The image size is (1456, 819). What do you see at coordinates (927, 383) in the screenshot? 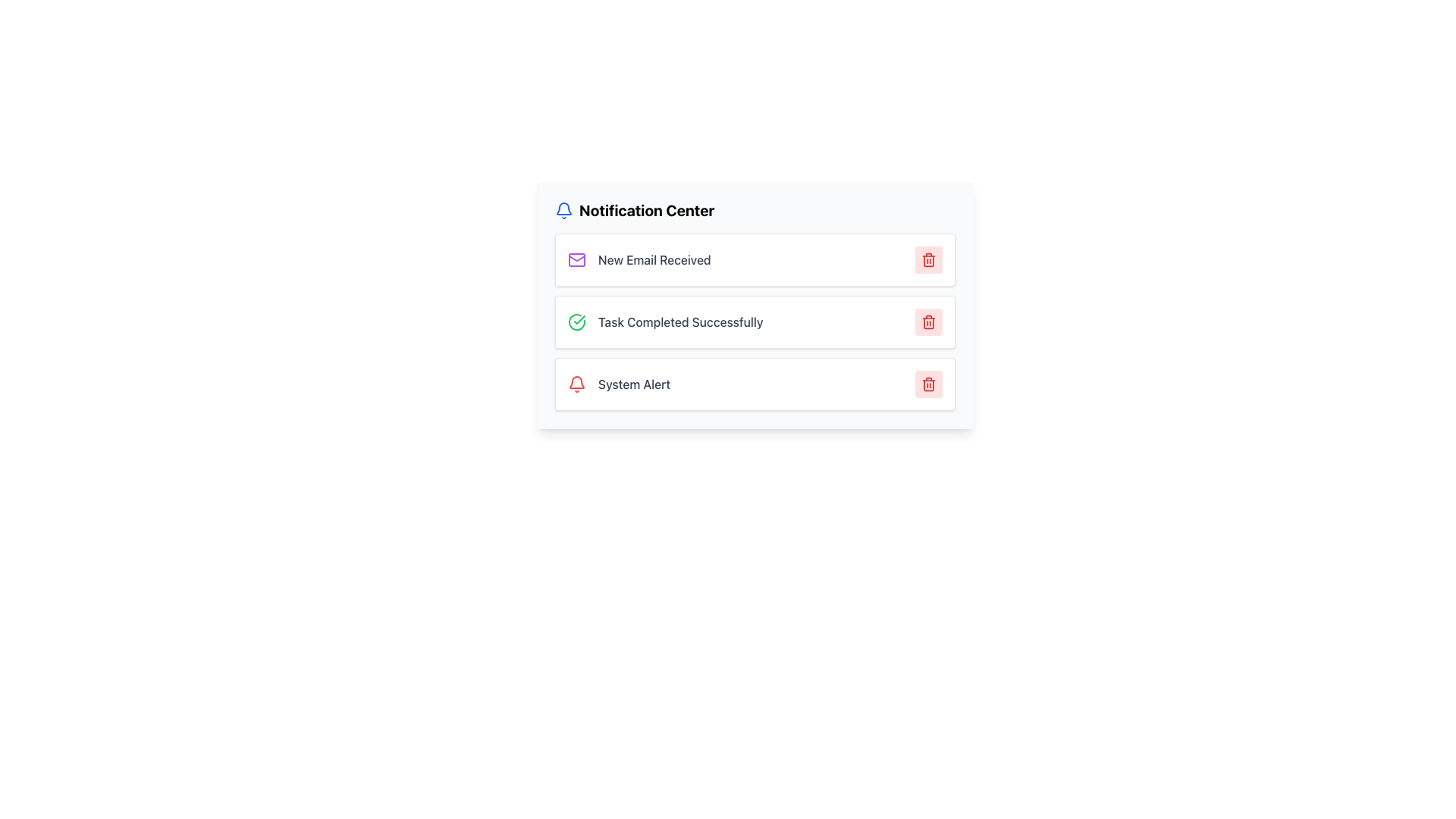
I see `the square-shaped red button with a trash can icon, located on the far right side of the 'System Alert' notification box to trigger its hover style` at bounding box center [927, 383].